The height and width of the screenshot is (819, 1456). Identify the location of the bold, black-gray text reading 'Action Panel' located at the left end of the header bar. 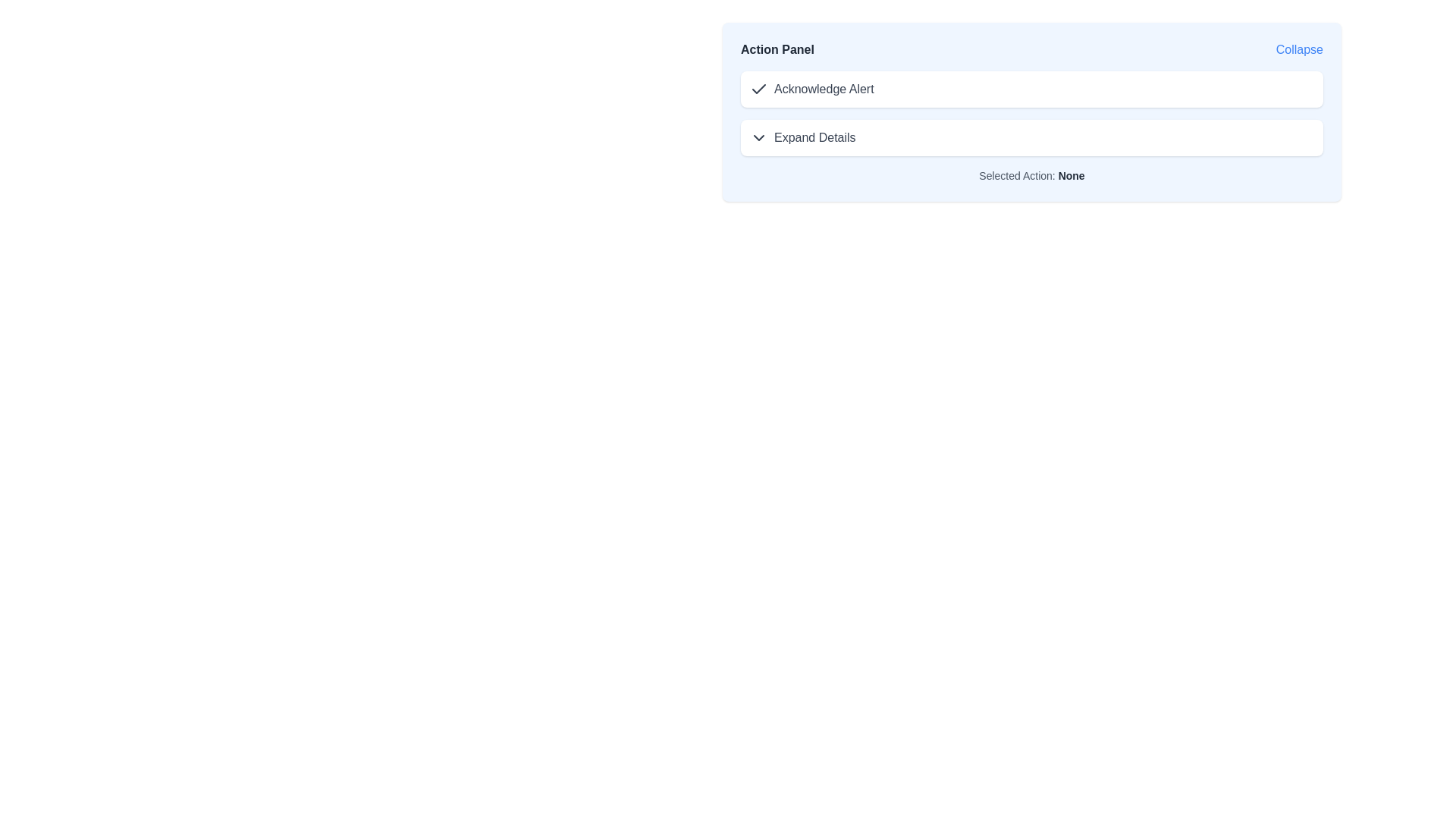
(777, 49).